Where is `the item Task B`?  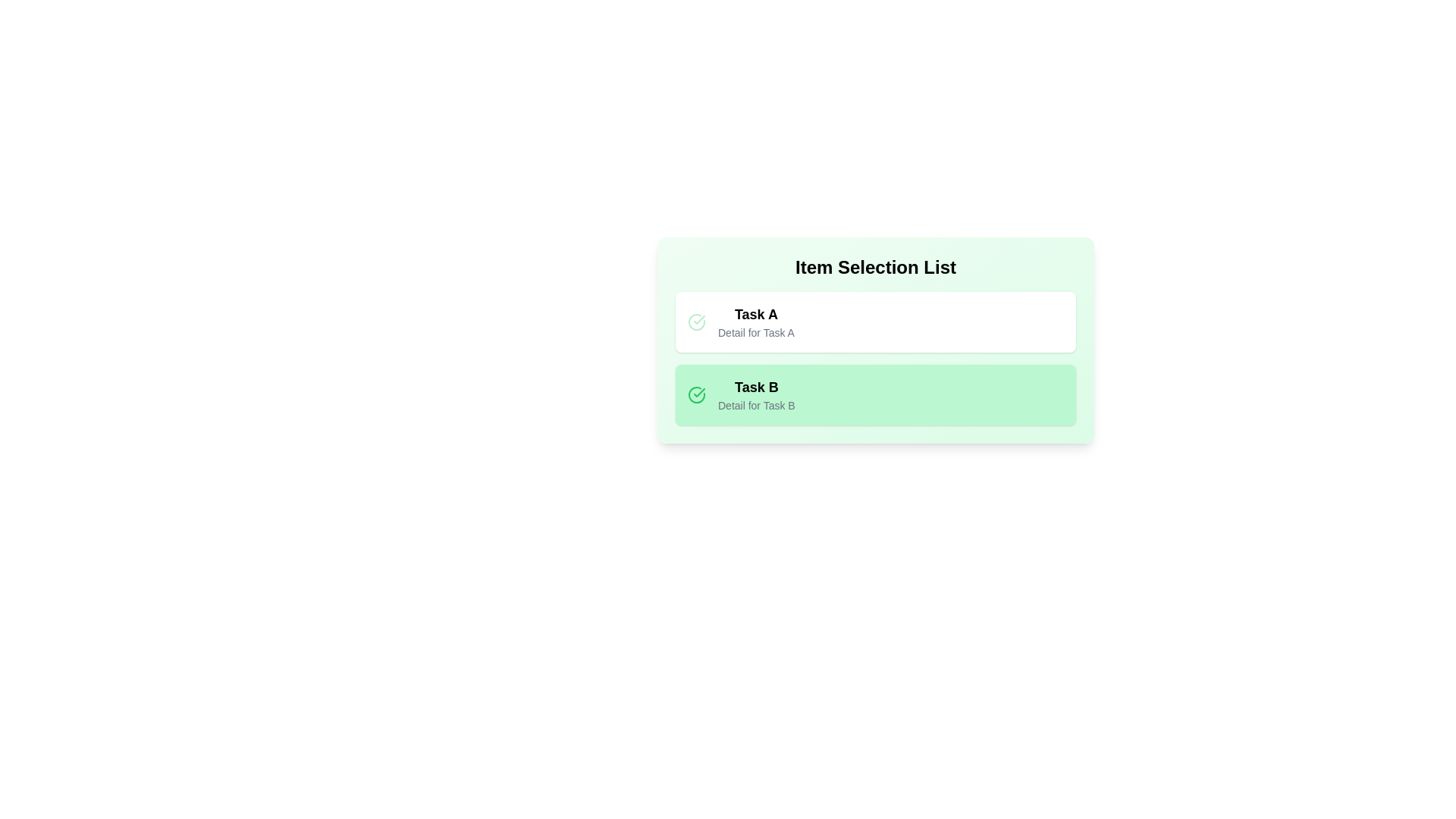
the item Task B is located at coordinates (876, 394).